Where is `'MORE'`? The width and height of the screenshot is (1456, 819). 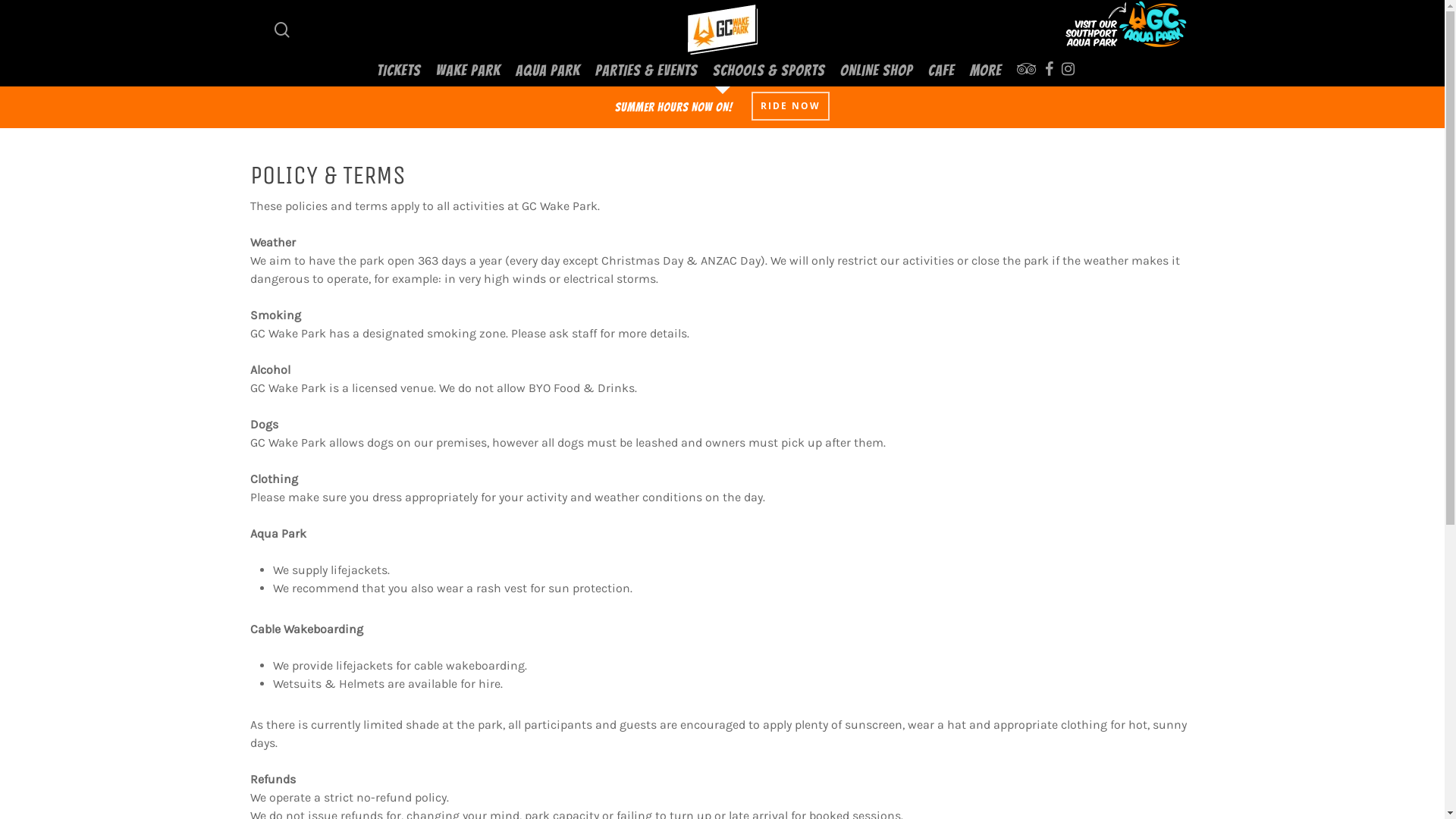 'MORE' is located at coordinates (986, 70).